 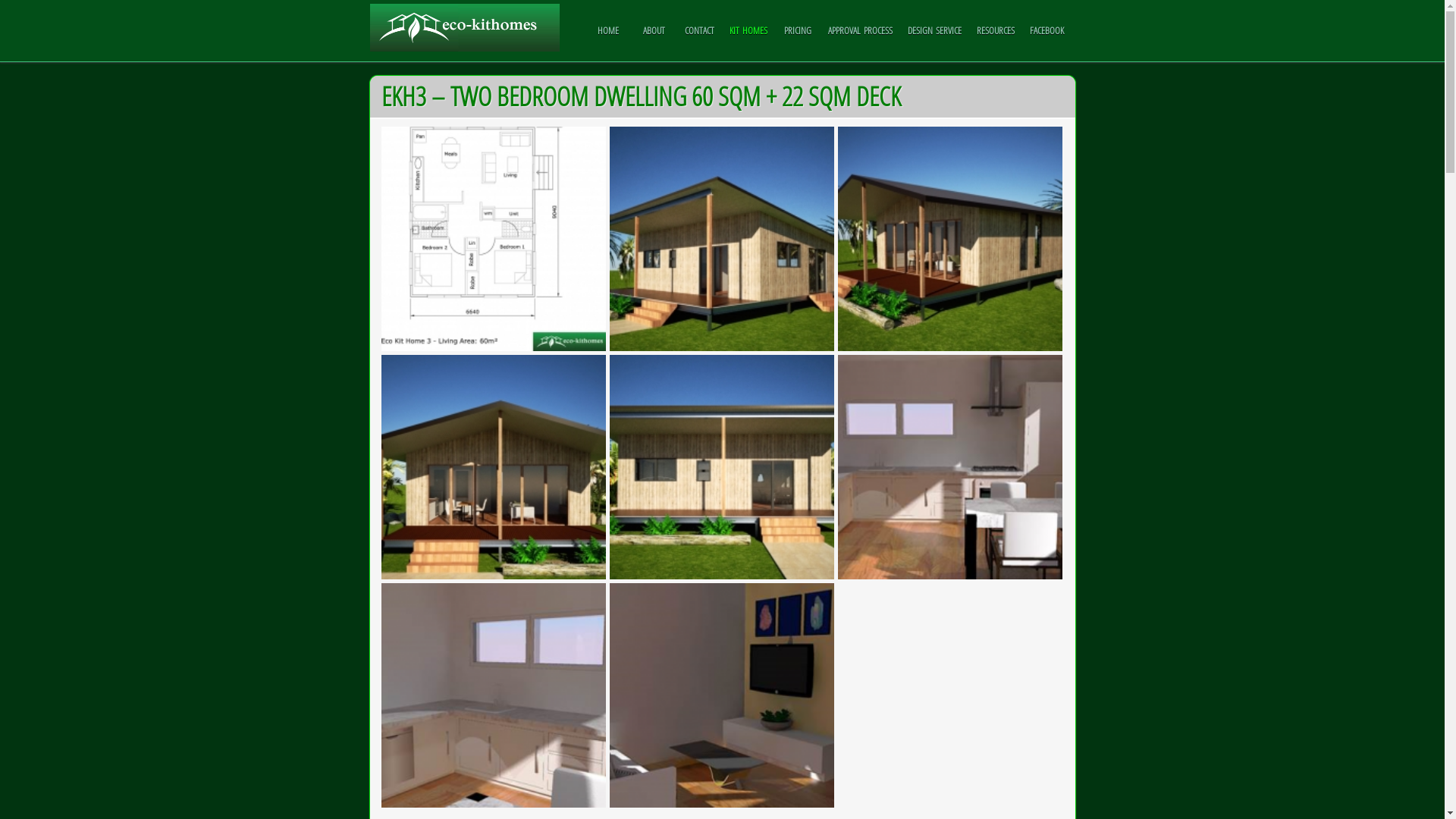 I want to click on 'KIT HOMES', so click(x=748, y=30).